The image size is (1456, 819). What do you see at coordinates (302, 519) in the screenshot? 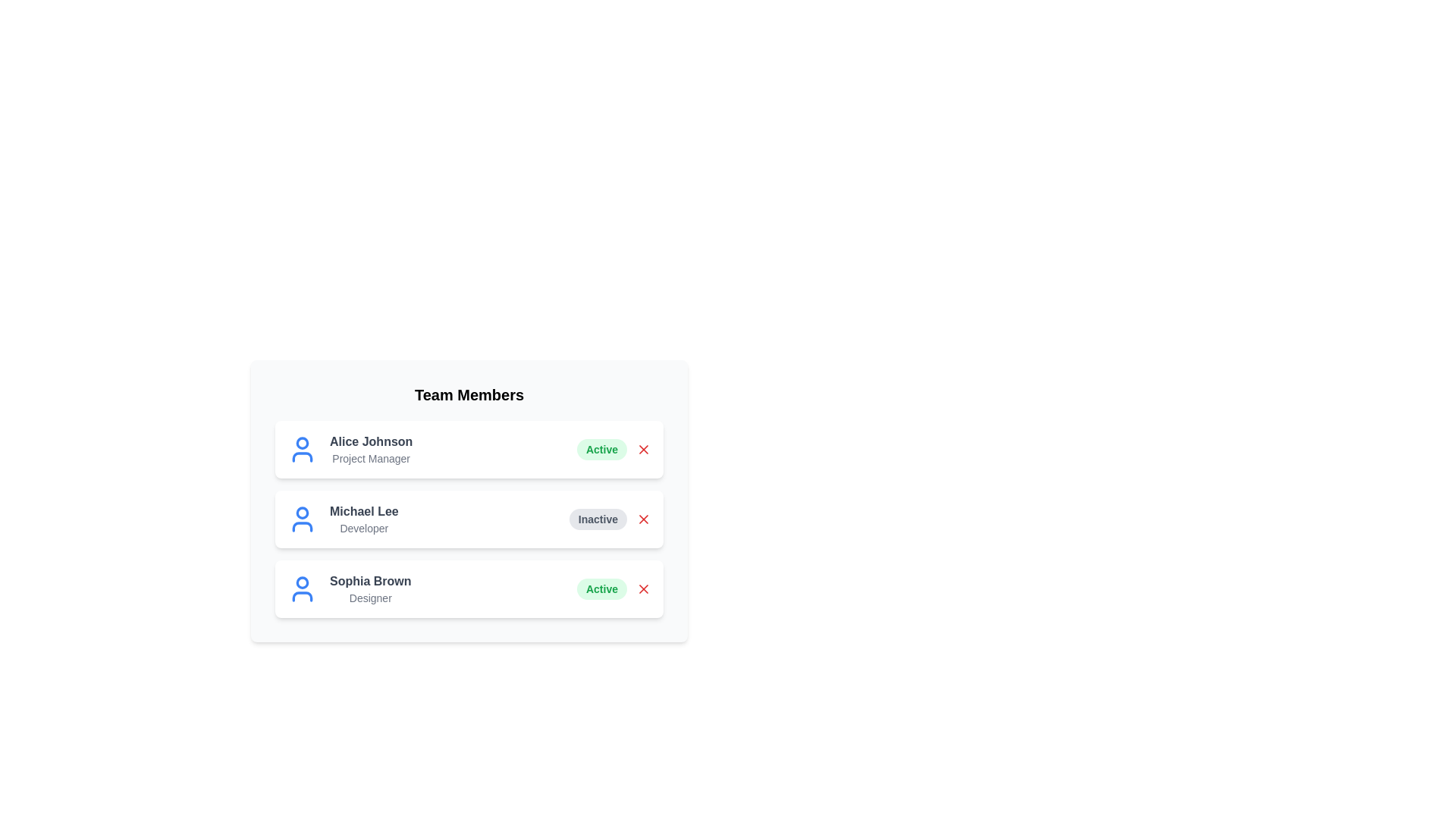
I see `the avatar icon of Michael Lee` at bounding box center [302, 519].